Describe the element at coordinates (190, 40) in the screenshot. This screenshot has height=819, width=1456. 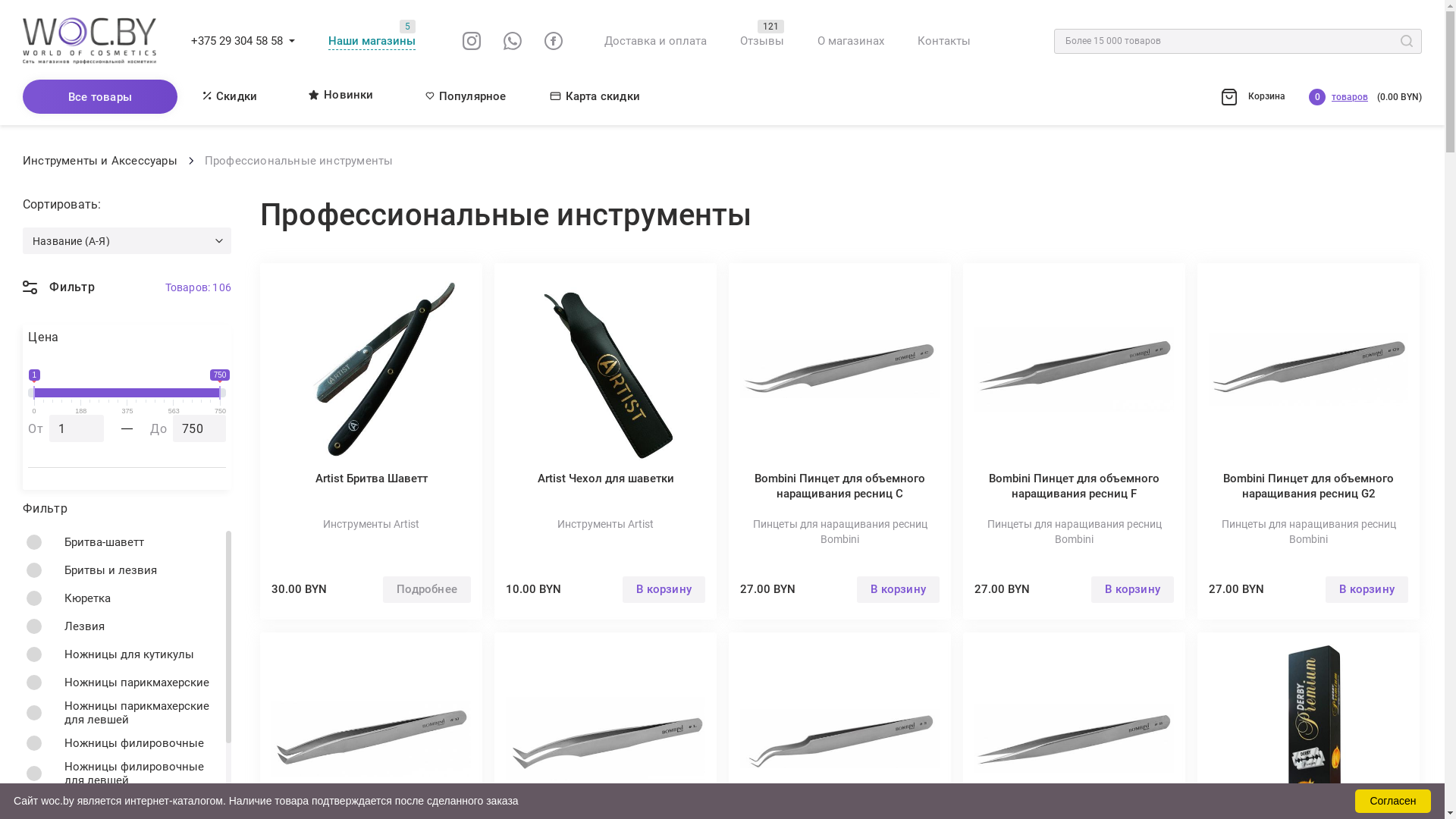
I see `'+375 29 304 58 58'` at that location.